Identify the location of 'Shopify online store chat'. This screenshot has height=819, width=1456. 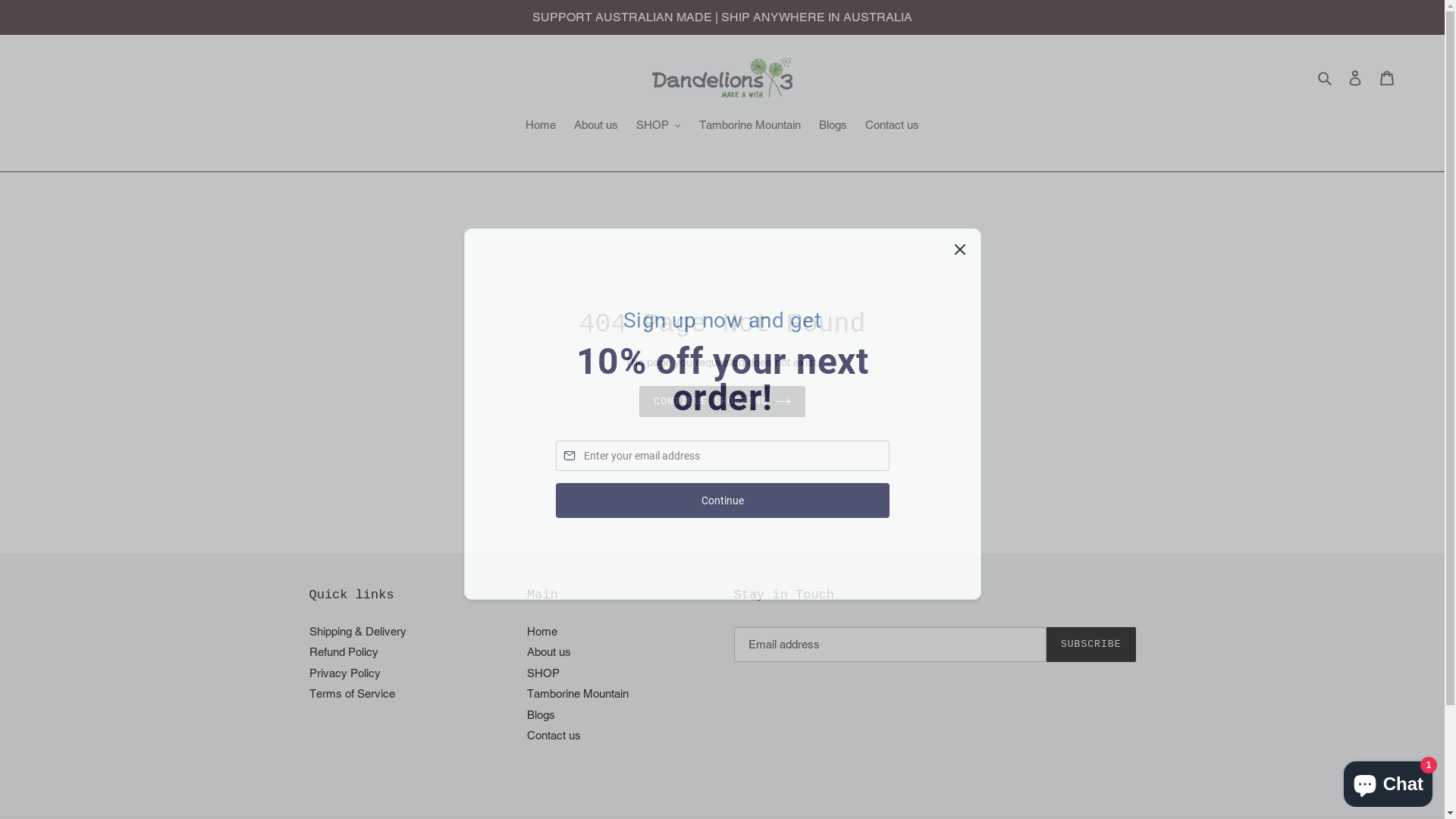
(1388, 780).